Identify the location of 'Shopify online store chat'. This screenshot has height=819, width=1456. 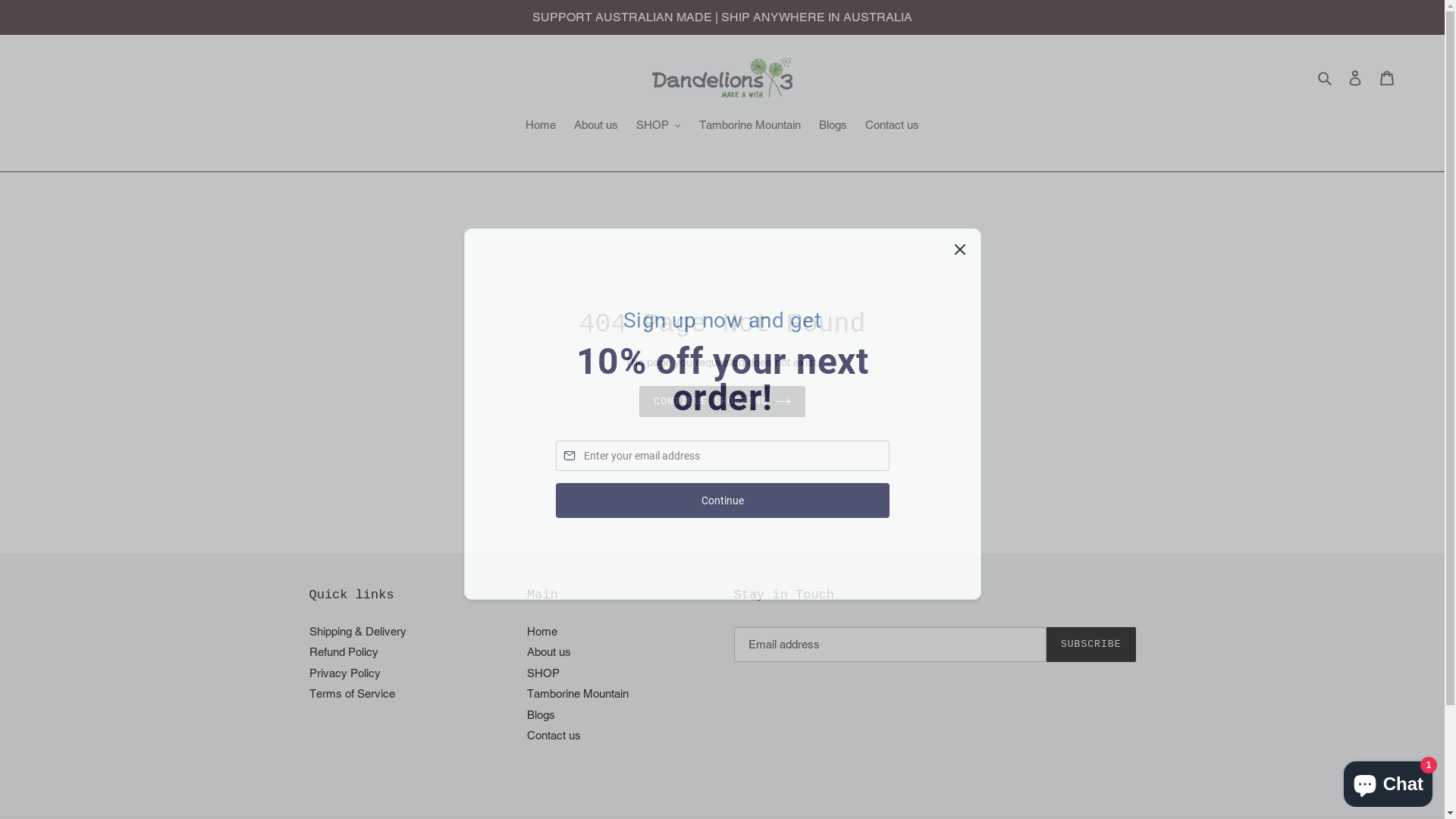
(1388, 780).